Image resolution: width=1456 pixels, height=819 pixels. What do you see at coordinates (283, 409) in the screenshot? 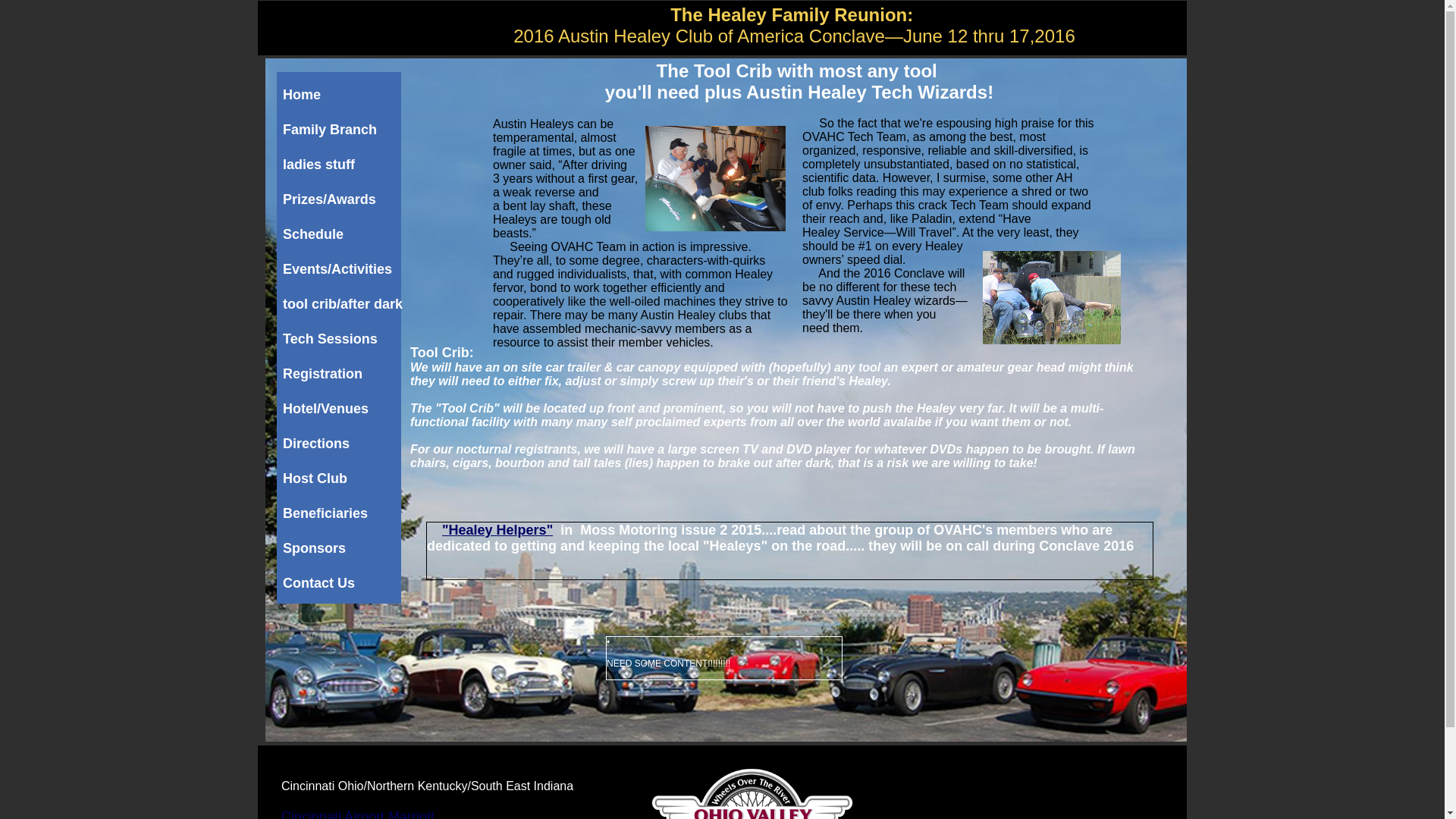
I see `'Hotel/Venues'` at bounding box center [283, 409].